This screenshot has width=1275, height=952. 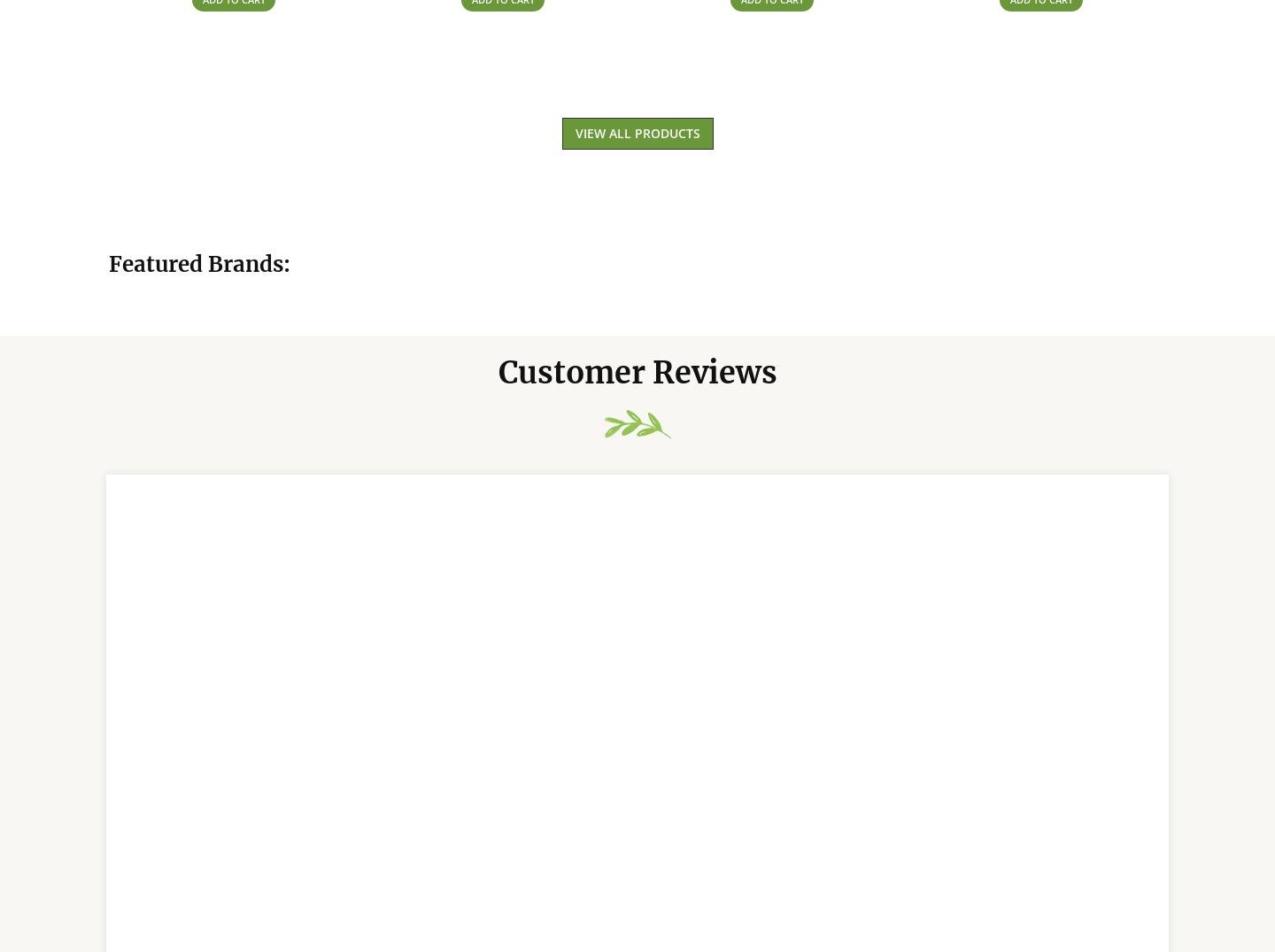 I want to click on 'Martha', so click(x=167, y=646).